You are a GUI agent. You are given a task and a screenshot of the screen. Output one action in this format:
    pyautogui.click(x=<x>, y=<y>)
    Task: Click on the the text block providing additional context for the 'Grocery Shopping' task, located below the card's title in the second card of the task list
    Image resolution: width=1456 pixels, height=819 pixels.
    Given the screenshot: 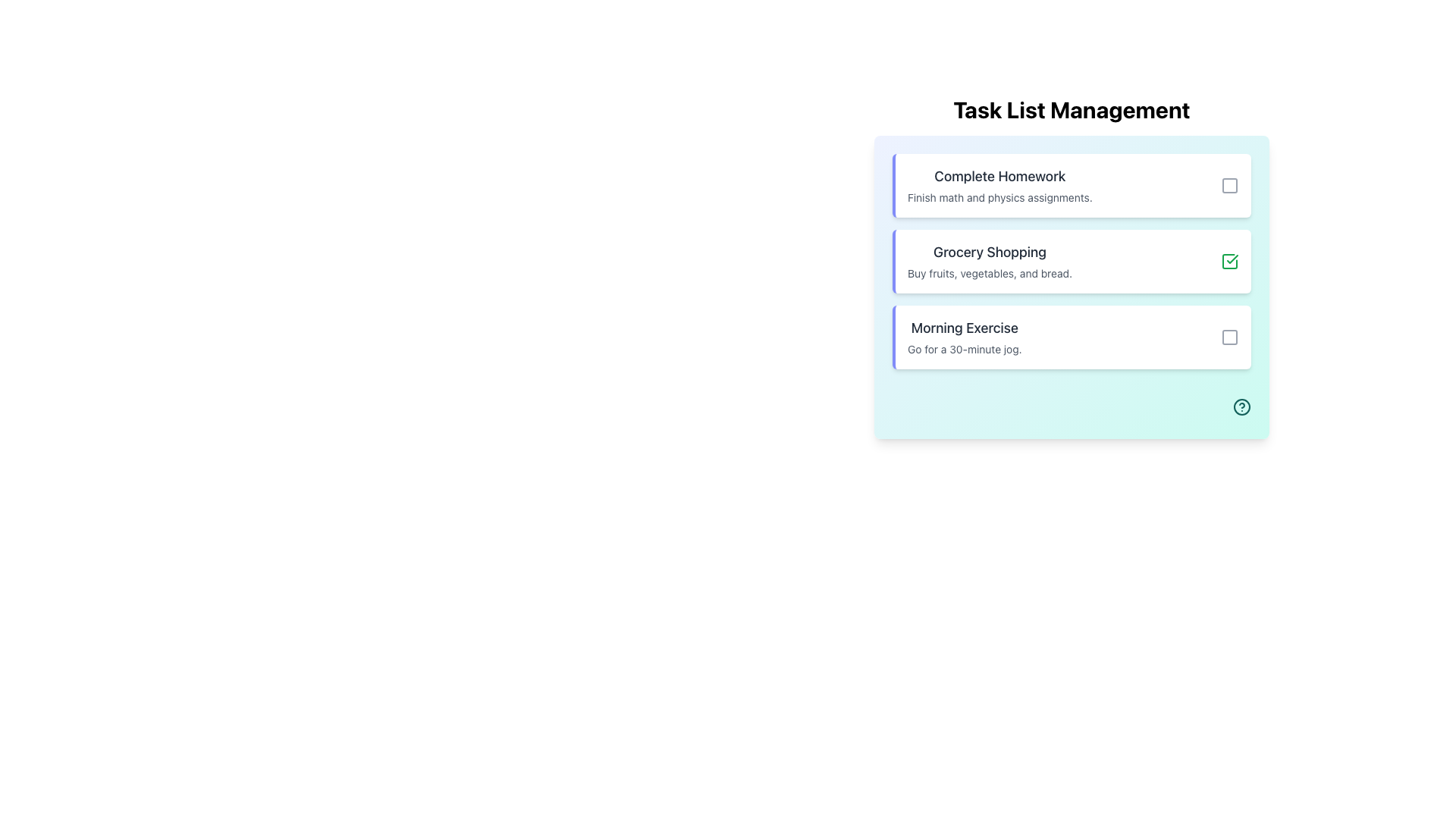 What is the action you would take?
    pyautogui.click(x=990, y=274)
    